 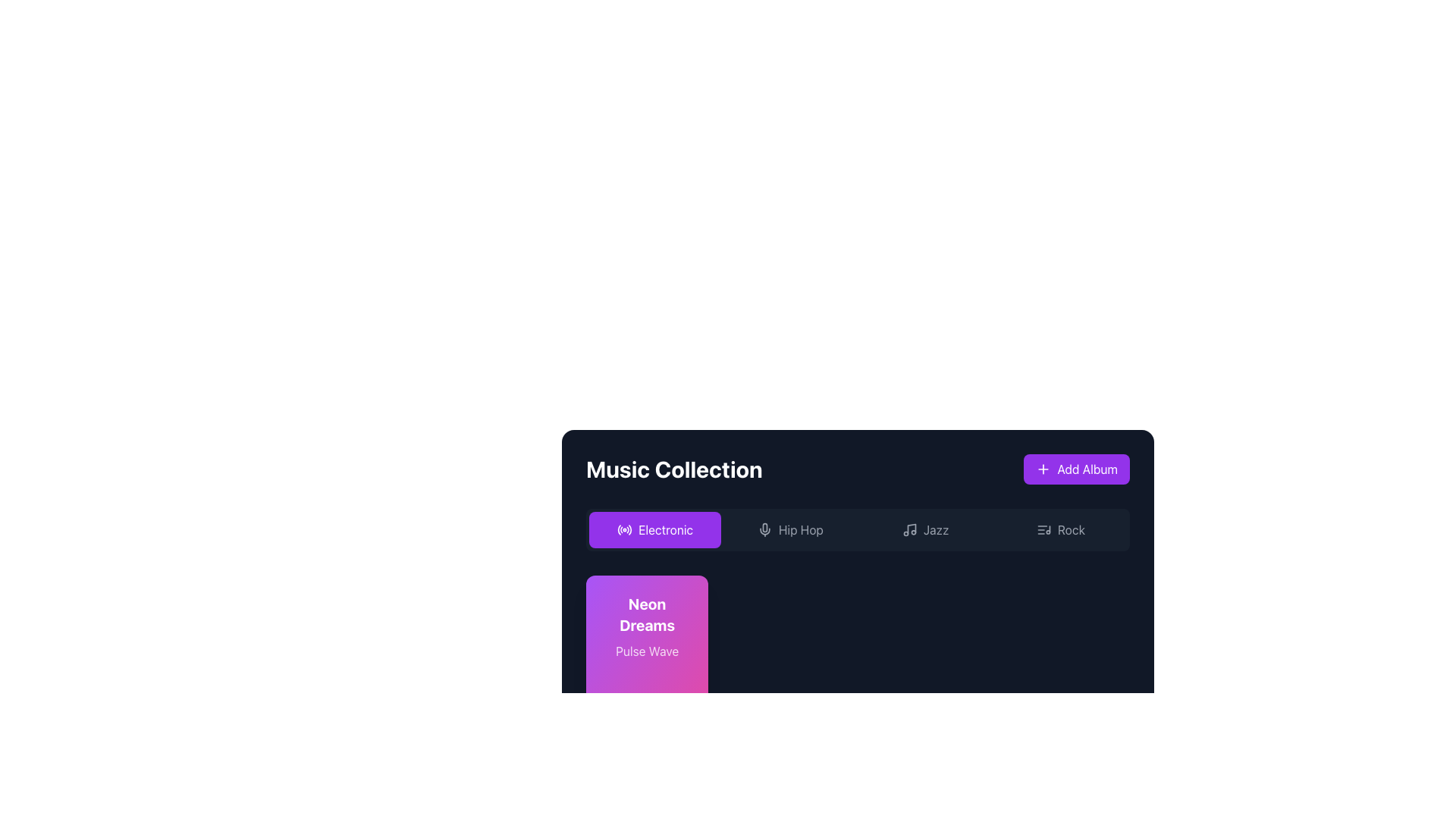 What do you see at coordinates (1043, 468) in the screenshot?
I see `the plus icon within the 'Add Album' button located in the top-right corner of the 'Music Collection' interface` at bounding box center [1043, 468].